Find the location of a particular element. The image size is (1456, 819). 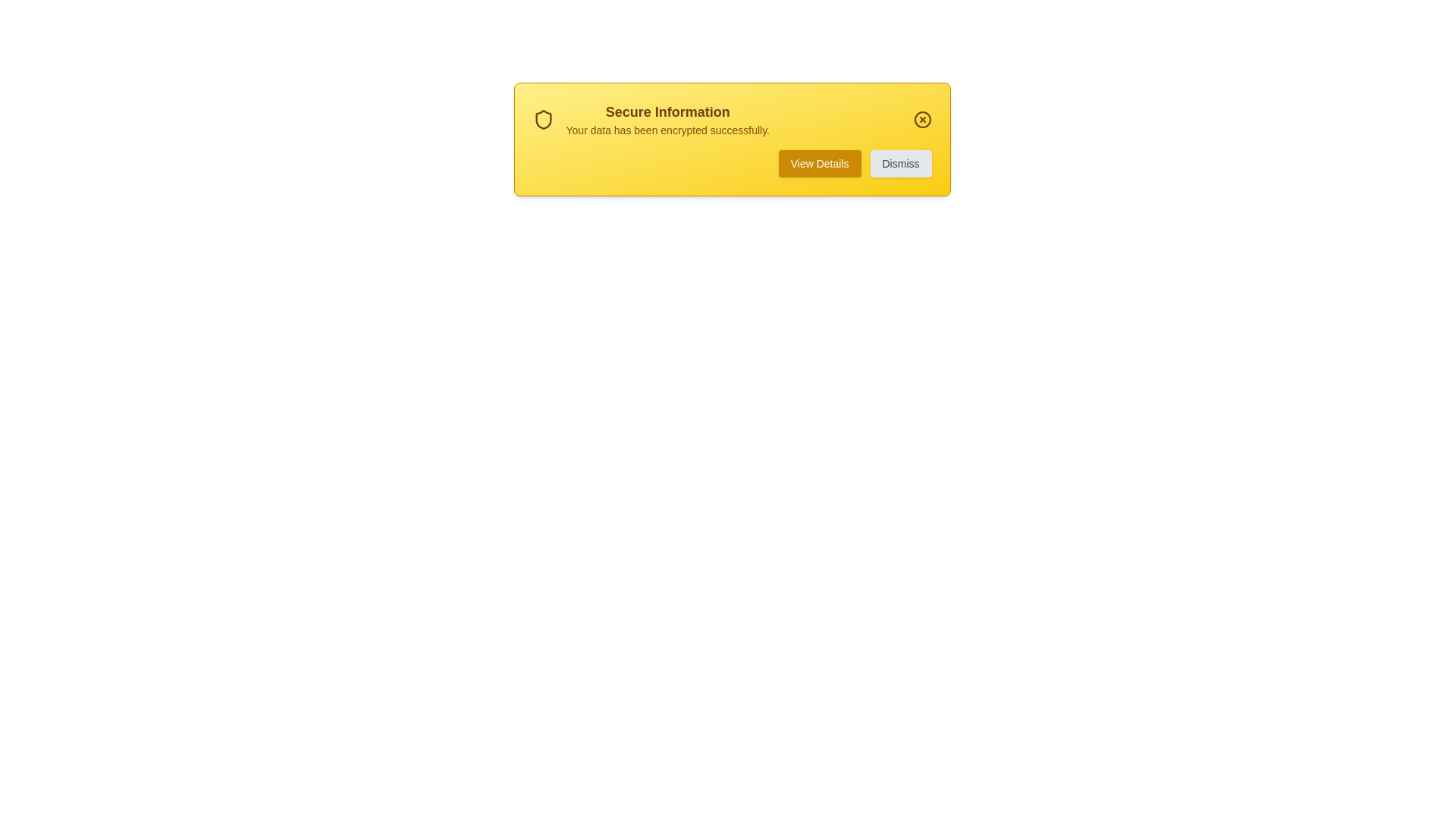

the 'Close Notification' button is located at coordinates (921, 119).